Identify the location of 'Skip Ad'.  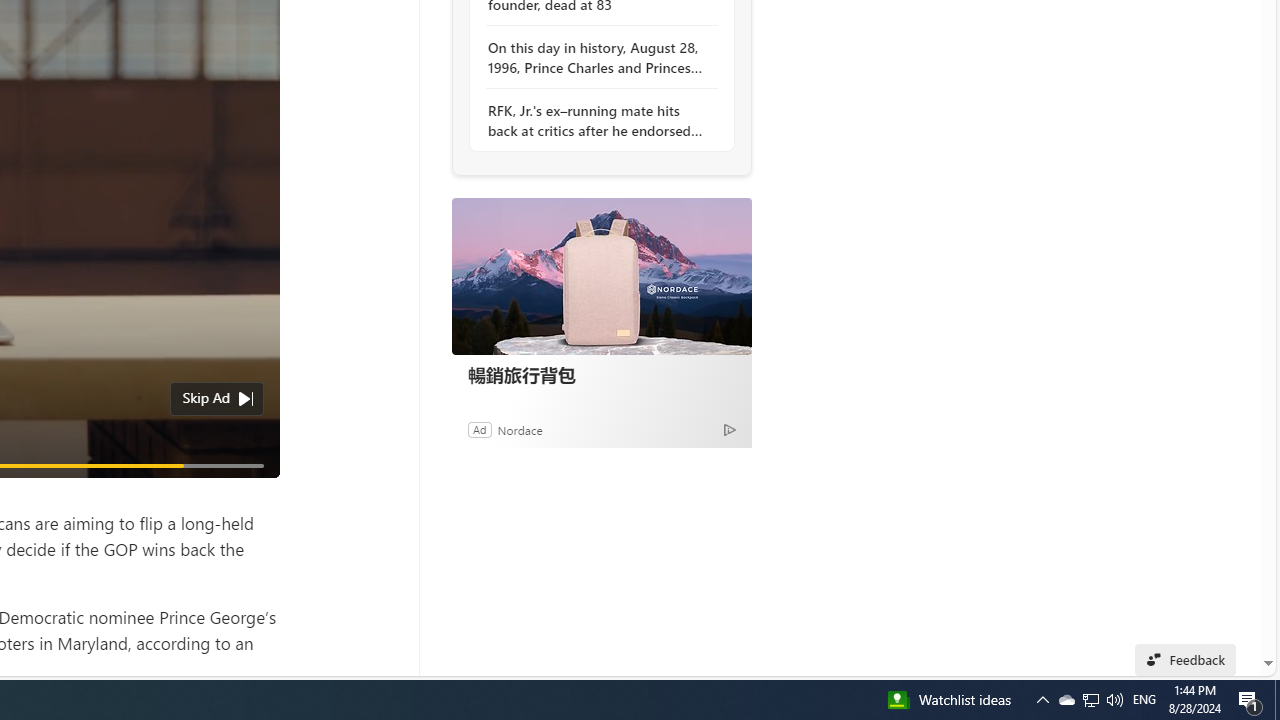
(206, 398).